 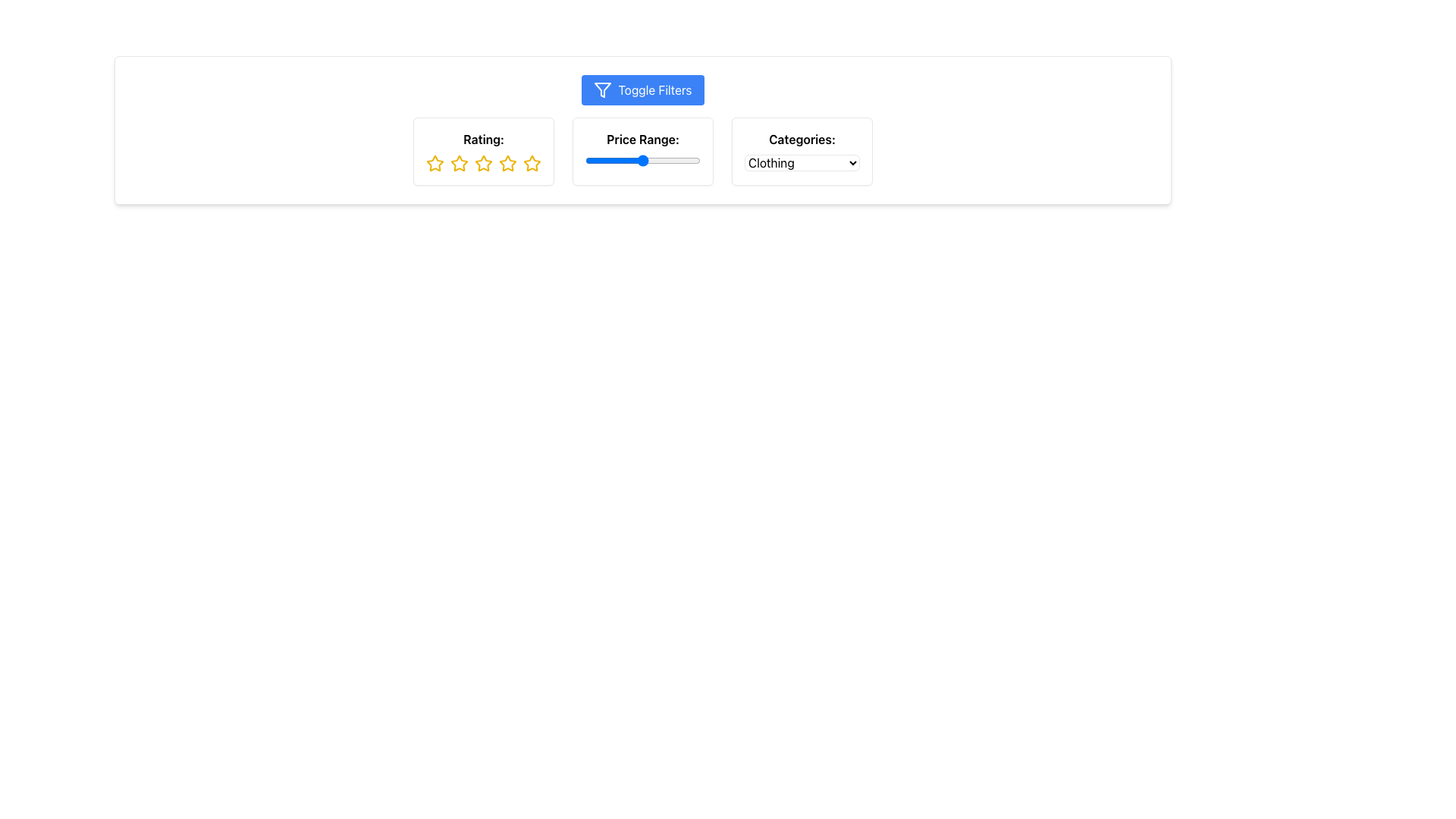 What do you see at coordinates (688, 161) in the screenshot?
I see `the price range slider` at bounding box center [688, 161].